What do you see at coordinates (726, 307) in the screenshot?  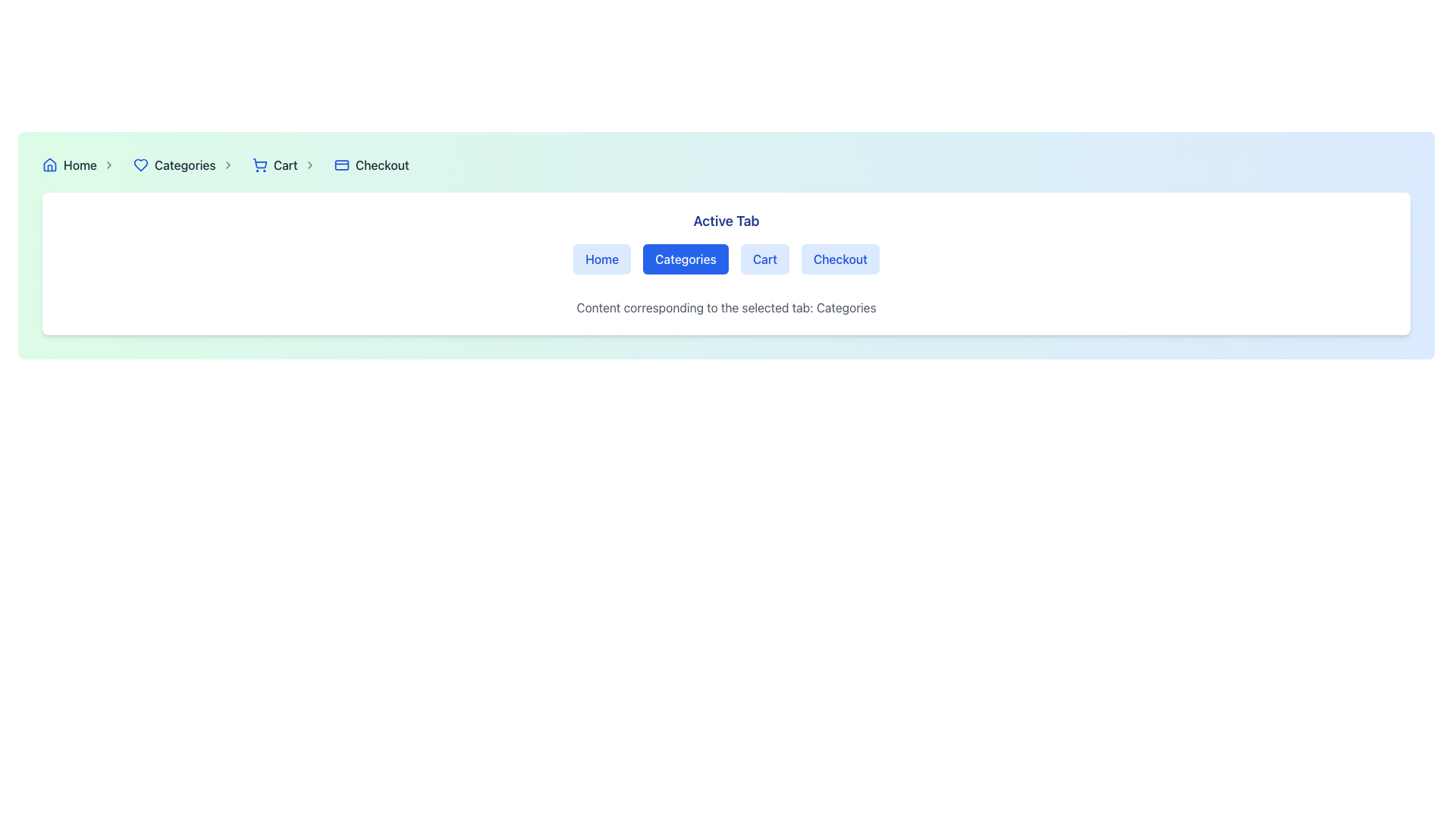 I see `text paragraph displaying the message 'Content corresponding to the selected tab: Categories' located below the 'Categories' tab button` at bounding box center [726, 307].